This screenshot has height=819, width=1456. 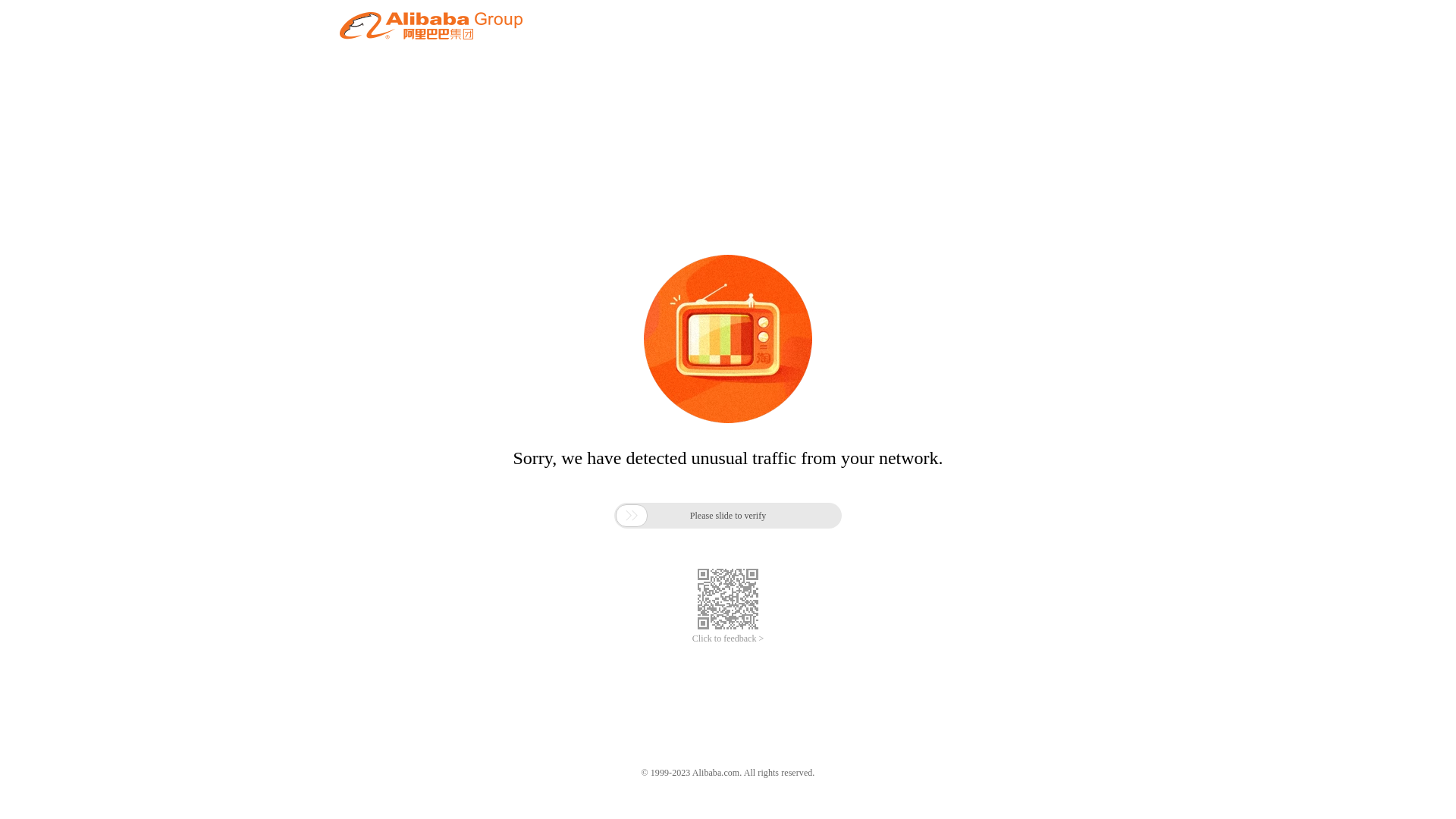 What do you see at coordinates (691, 639) in the screenshot?
I see `'Click to feedback >'` at bounding box center [691, 639].